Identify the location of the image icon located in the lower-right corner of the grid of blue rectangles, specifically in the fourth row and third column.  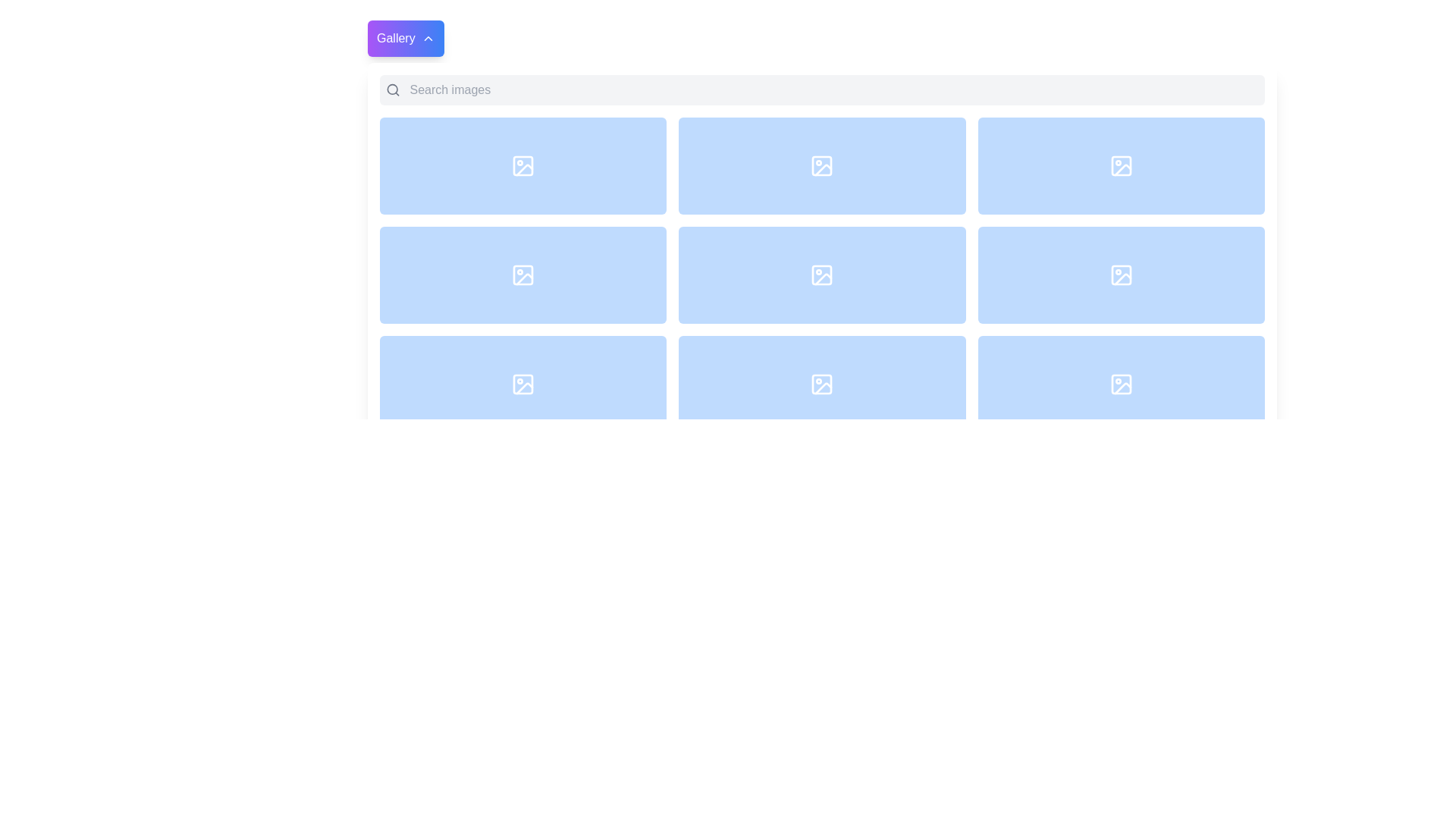
(1121, 383).